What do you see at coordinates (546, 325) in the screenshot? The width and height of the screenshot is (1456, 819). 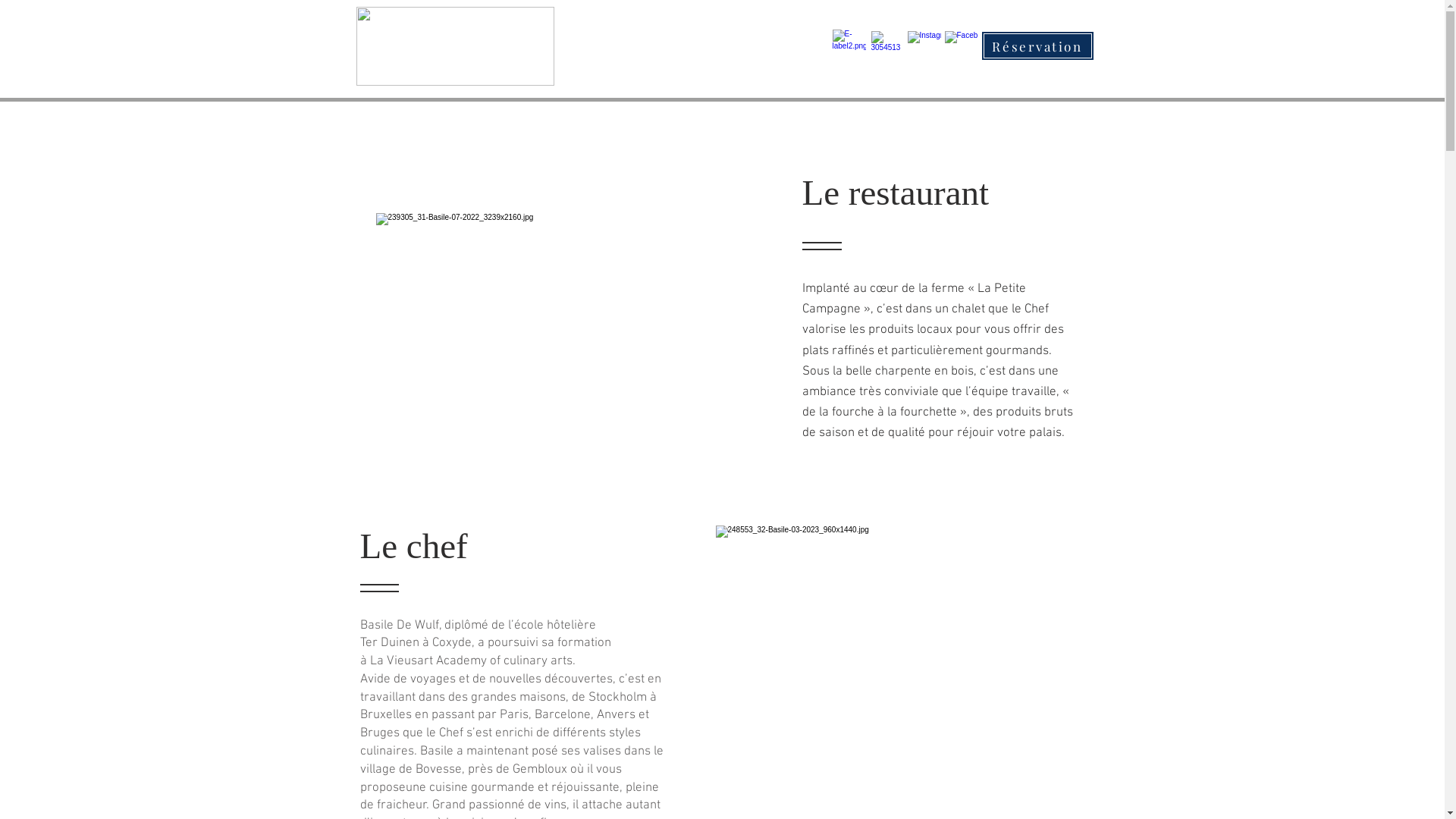 I see `'9c138c_15e0ebe59b7a4f65b59ad025ed4df9d5~mv2.jpg'` at bounding box center [546, 325].